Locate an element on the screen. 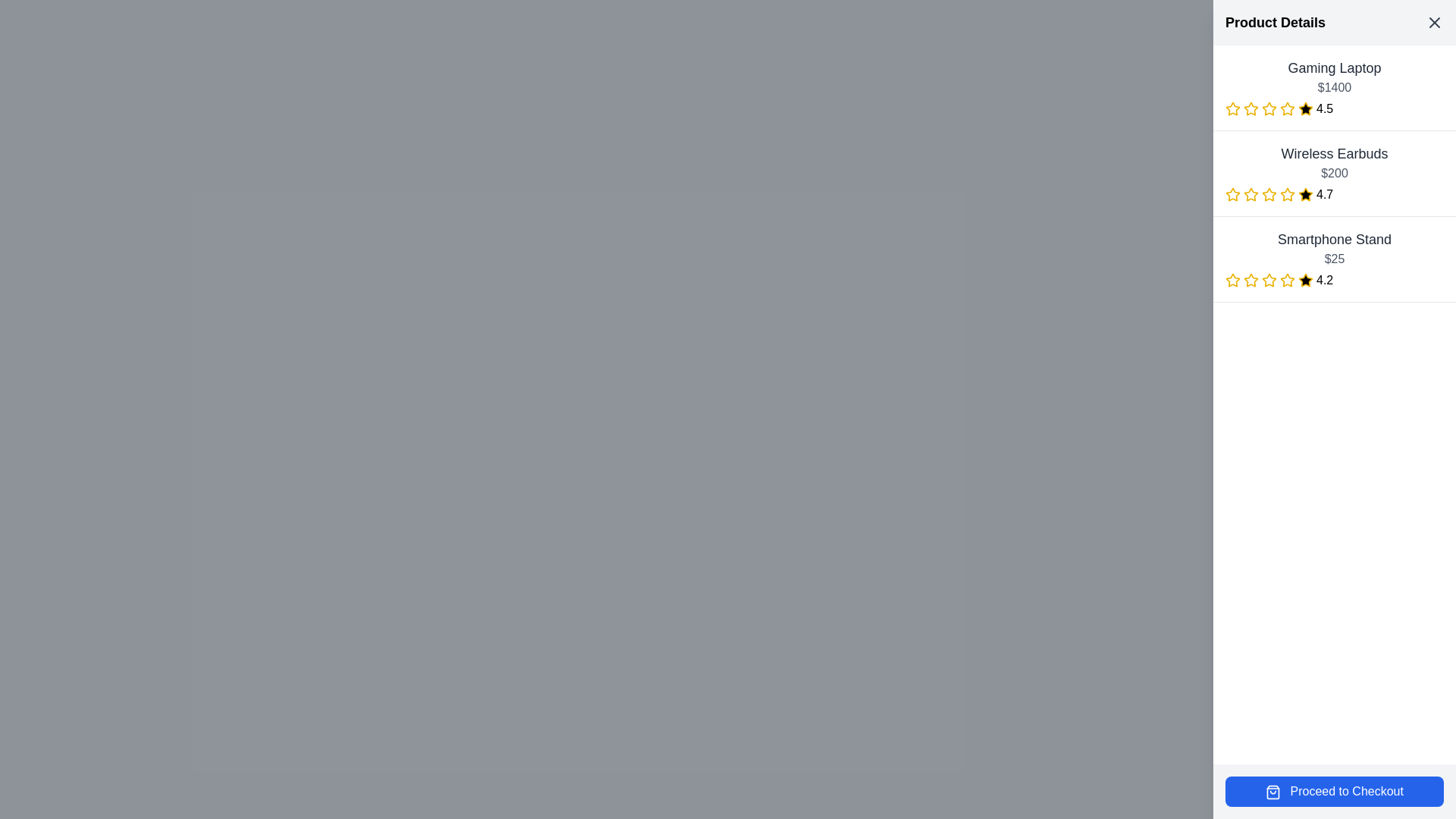 This screenshot has height=819, width=1456. the fifth star icon in the product rating section for the 'Gaming Laptop' is located at coordinates (1305, 108).